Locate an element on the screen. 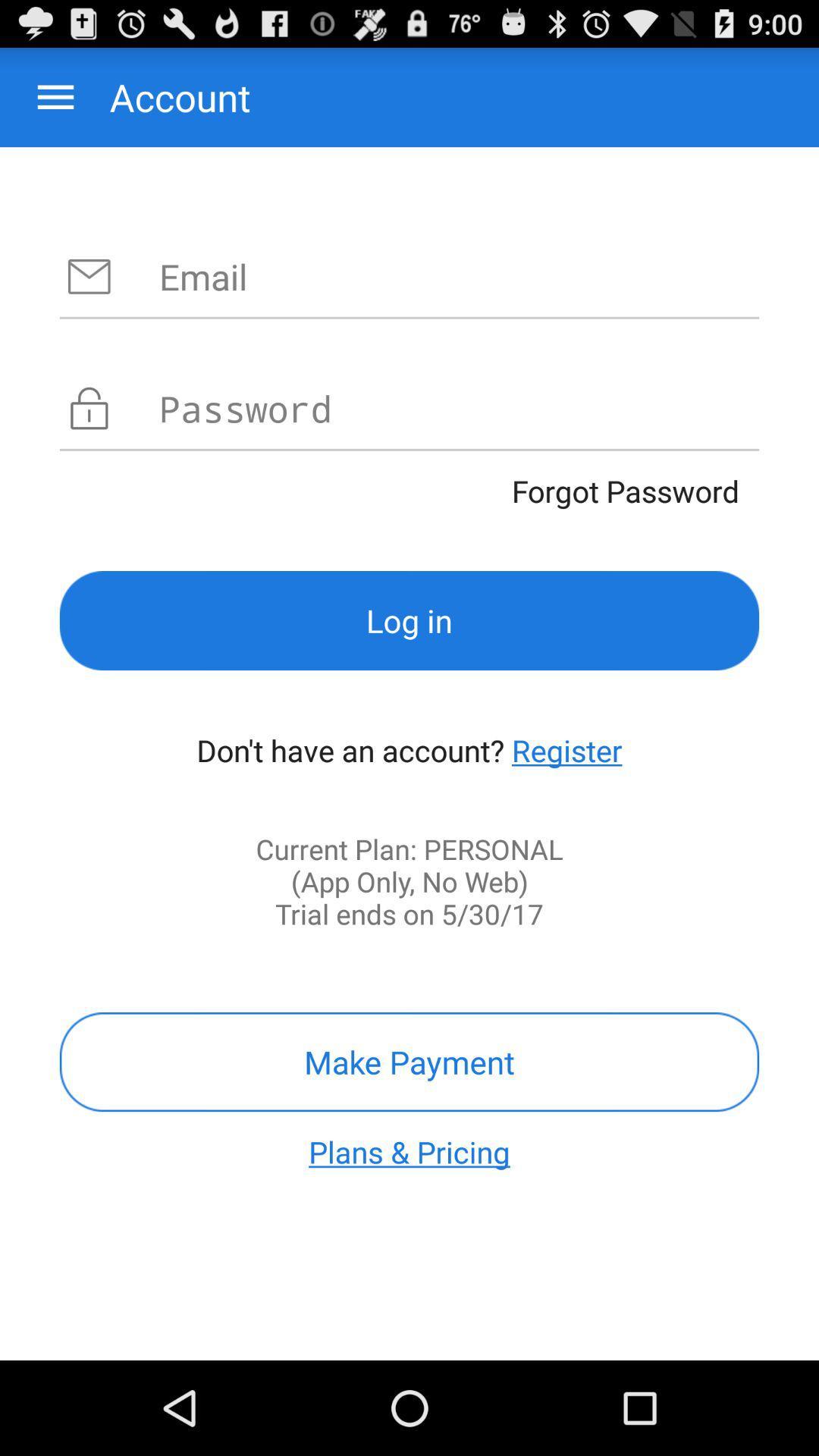 This screenshot has width=819, height=1456. icon to the left of the account app is located at coordinates (55, 96).